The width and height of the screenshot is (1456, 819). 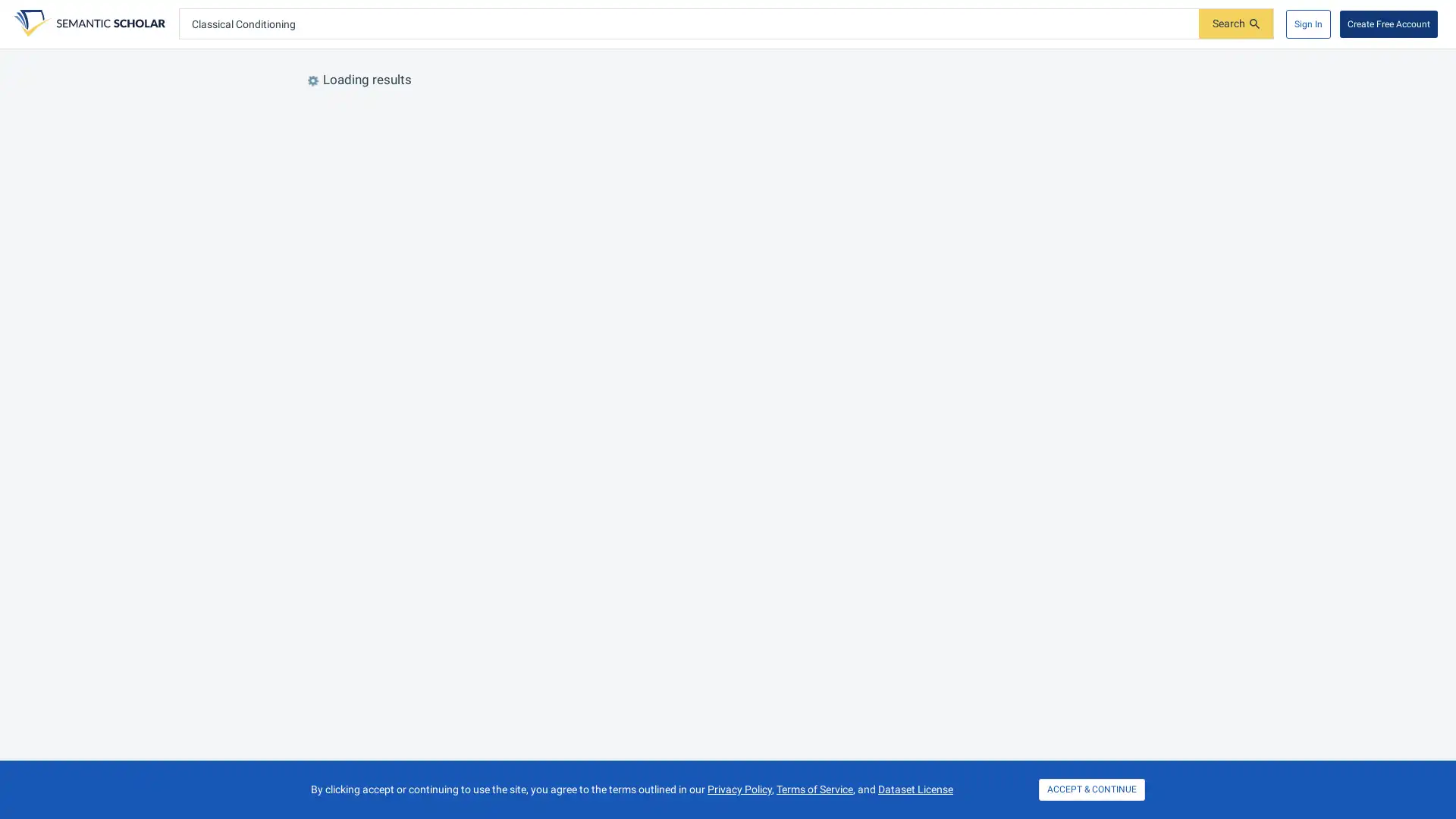 I want to click on Turn on email alert for this paper, so click(x=546, y=535).